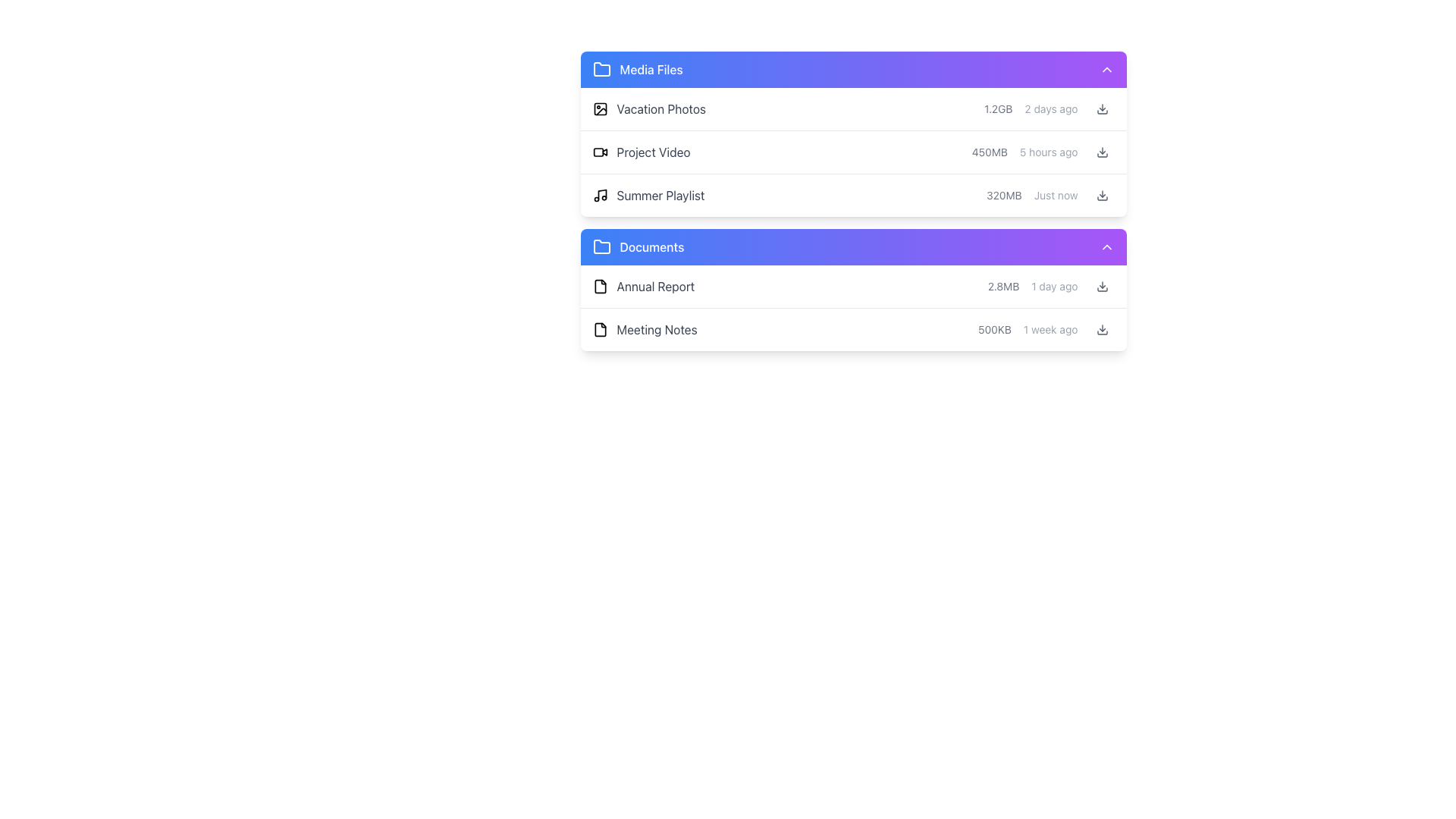 The height and width of the screenshot is (819, 1456). What do you see at coordinates (1050, 329) in the screenshot?
I see `the text label displaying '1 week ago', which is a small gray font text positioned to the right of '500KB' in the Documents section` at bounding box center [1050, 329].